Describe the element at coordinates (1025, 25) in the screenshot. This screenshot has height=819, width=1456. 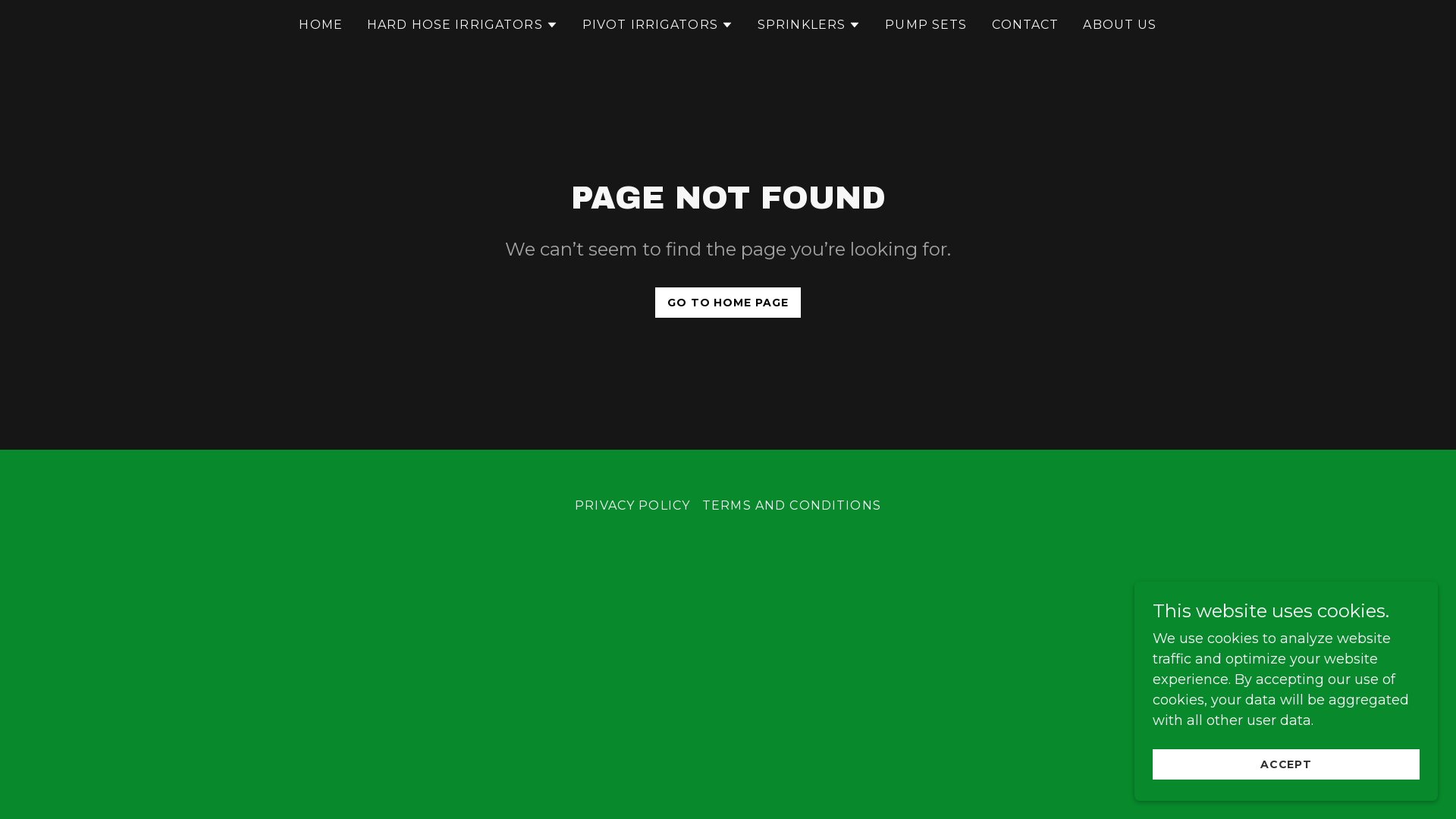
I see `'CONTACT'` at that location.